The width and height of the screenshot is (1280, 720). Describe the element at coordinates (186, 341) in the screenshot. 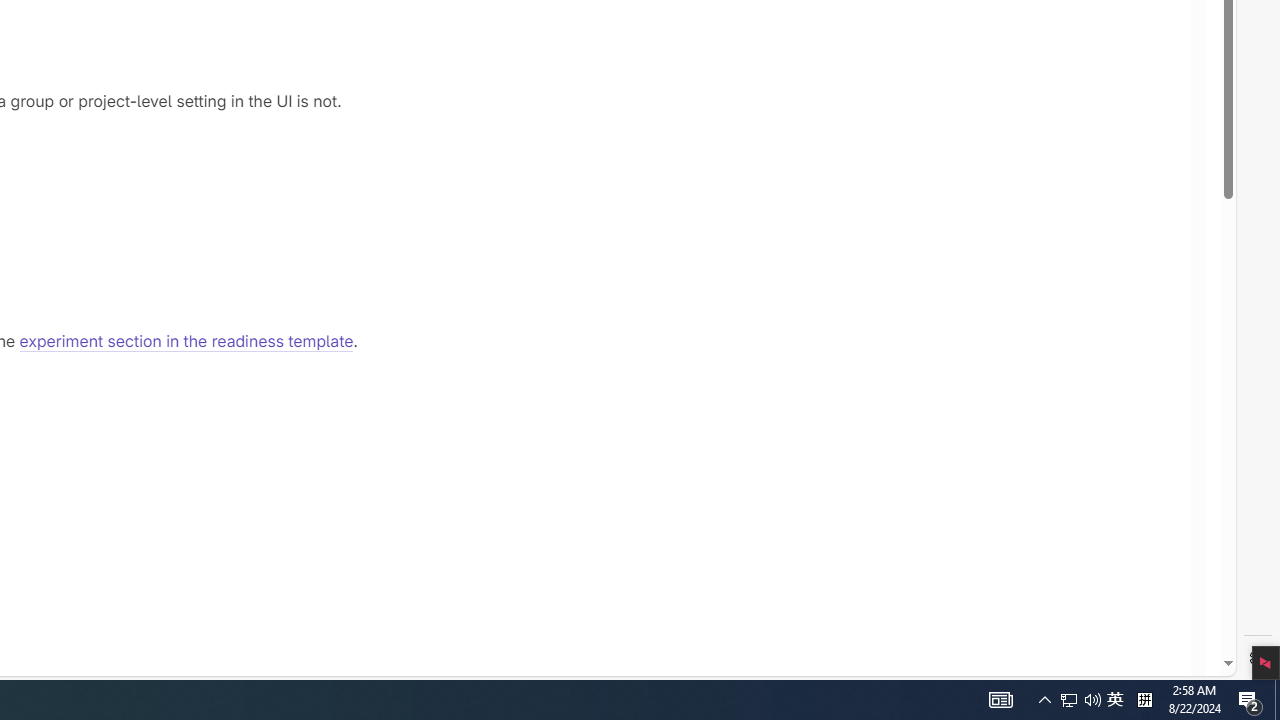

I see `'experiment section in the readiness template'` at that location.